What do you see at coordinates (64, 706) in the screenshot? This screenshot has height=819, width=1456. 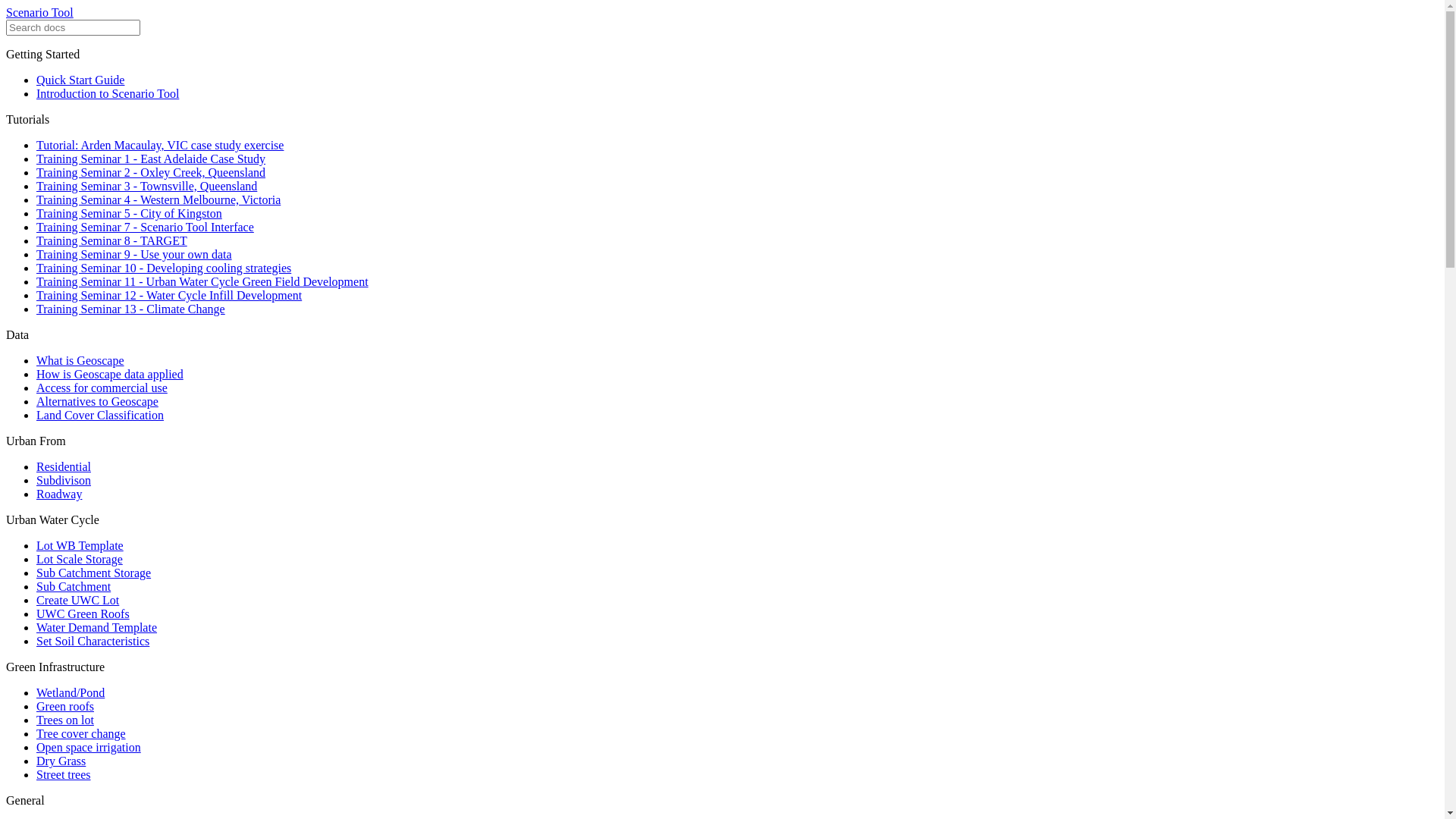 I see `'Green roofs'` at bounding box center [64, 706].